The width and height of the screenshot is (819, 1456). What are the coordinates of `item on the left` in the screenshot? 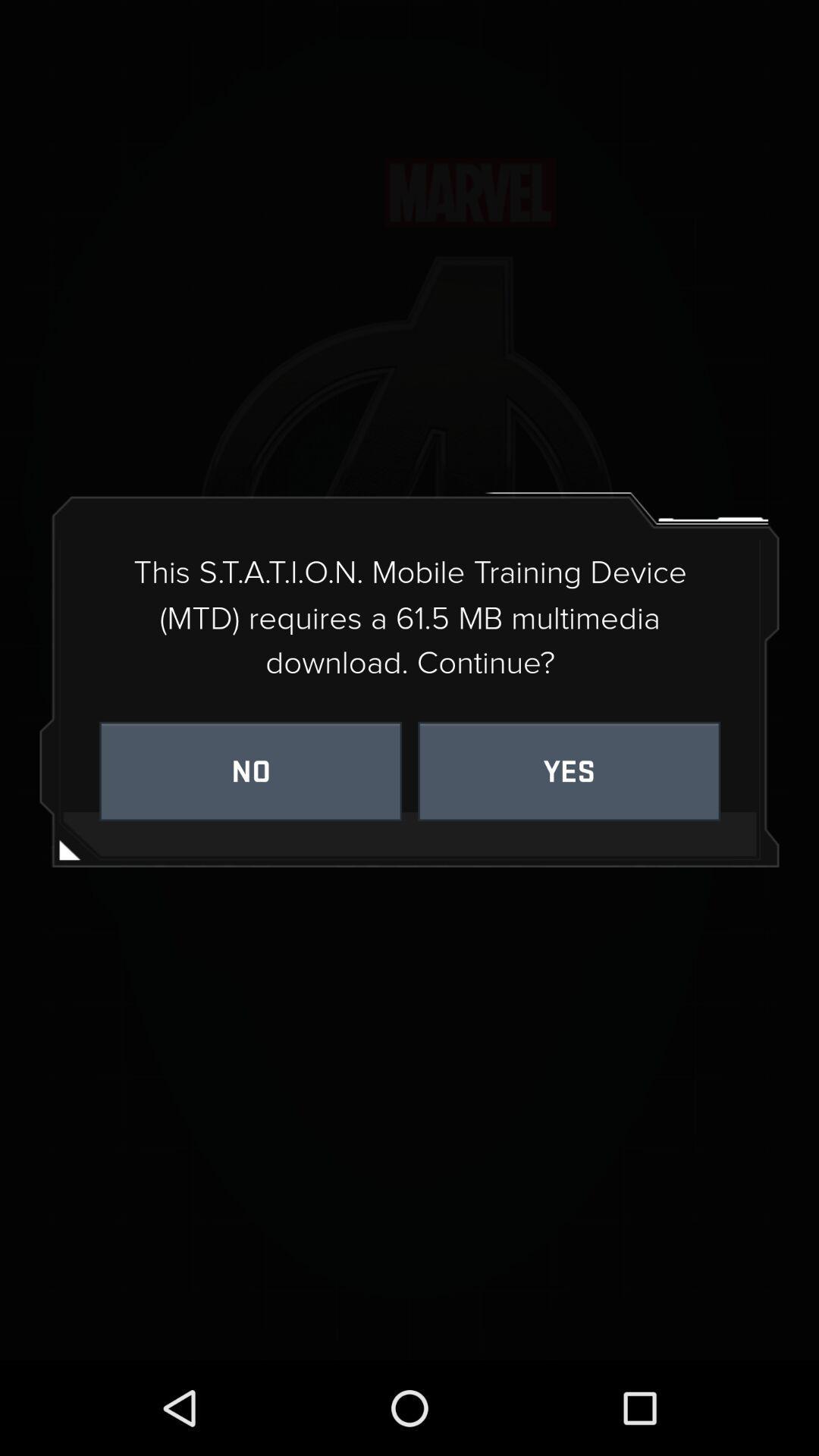 It's located at (249, 771).